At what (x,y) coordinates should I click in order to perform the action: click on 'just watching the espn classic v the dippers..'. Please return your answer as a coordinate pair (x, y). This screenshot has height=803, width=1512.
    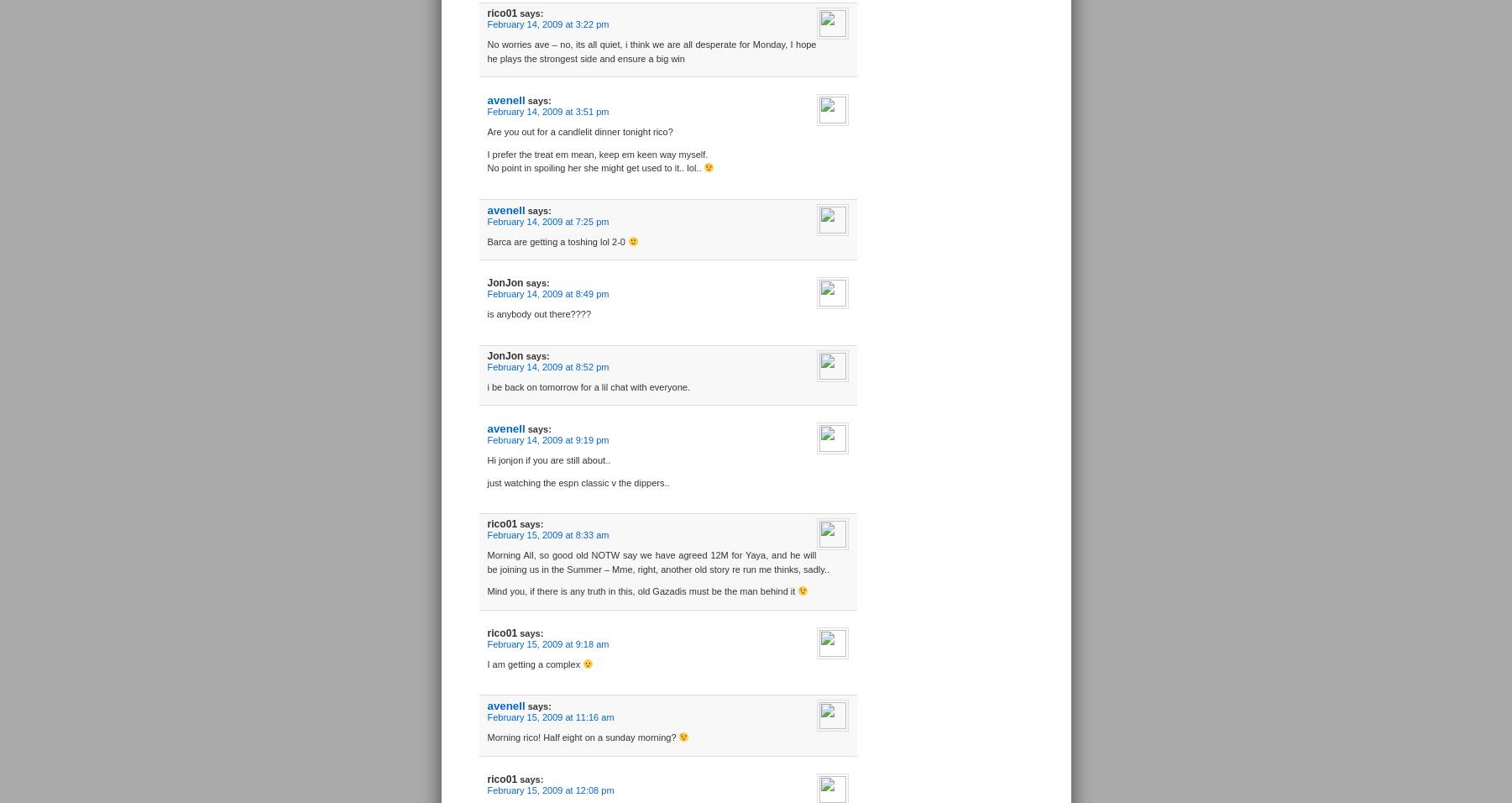
    Looking at the image, I should click on (577, 480).